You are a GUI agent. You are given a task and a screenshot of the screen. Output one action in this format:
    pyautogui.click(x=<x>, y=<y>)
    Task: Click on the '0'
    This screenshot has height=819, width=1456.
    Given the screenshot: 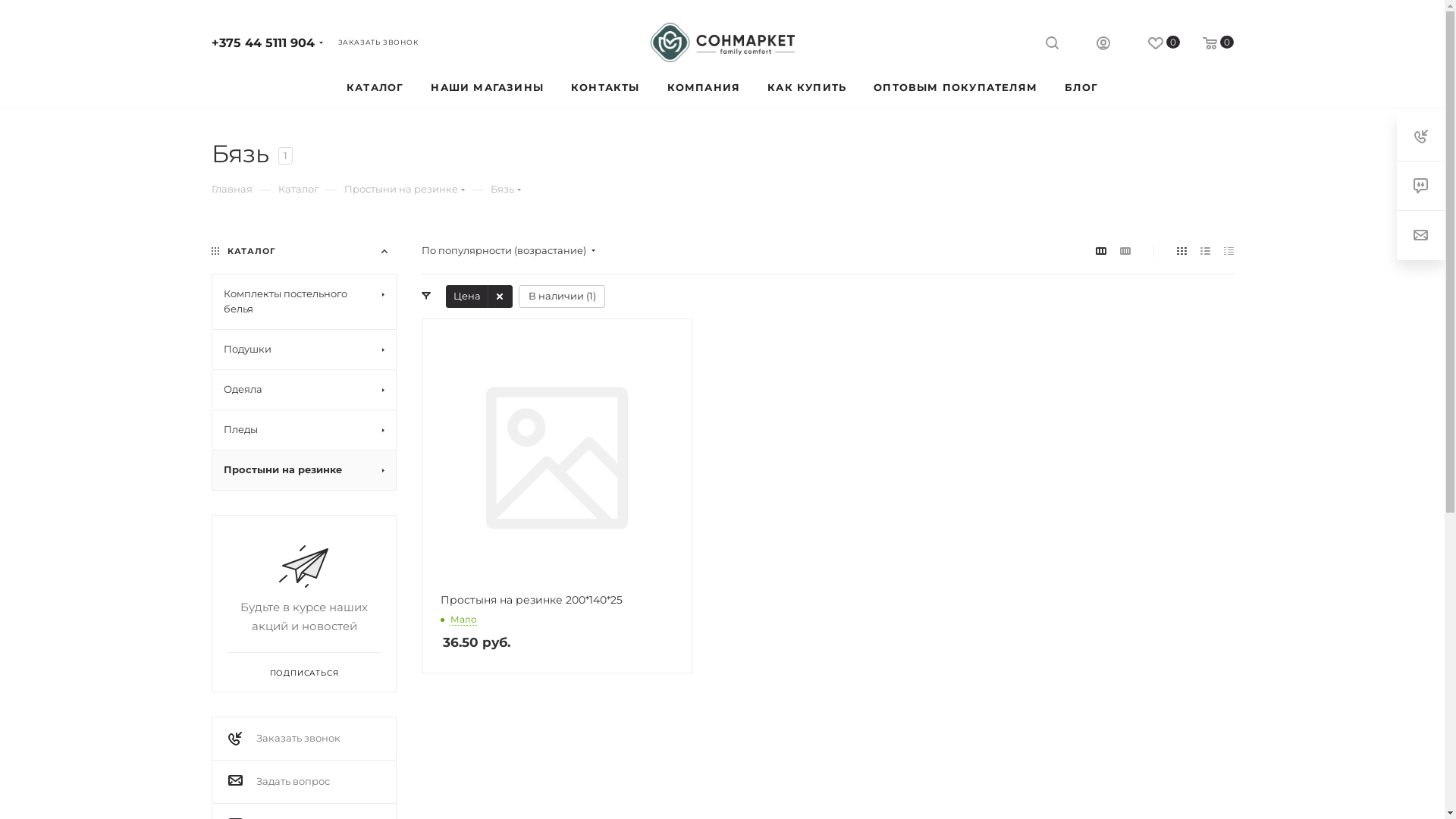 What is the action you would take?
    pyautogui.click(x=1153, y=43)
    